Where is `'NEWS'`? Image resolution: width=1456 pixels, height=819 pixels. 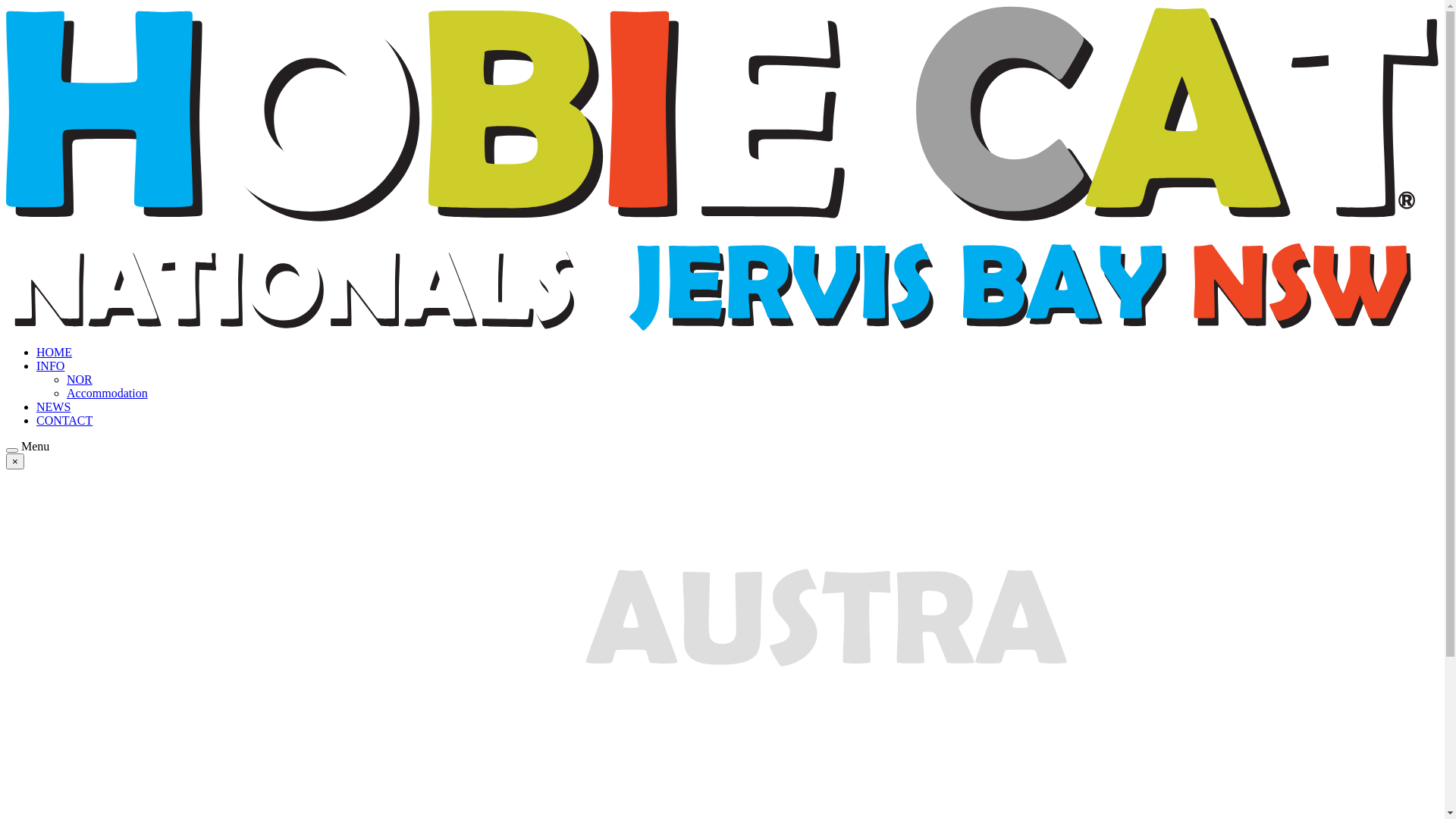 'NEWS' is located at coordinates (53, 406).